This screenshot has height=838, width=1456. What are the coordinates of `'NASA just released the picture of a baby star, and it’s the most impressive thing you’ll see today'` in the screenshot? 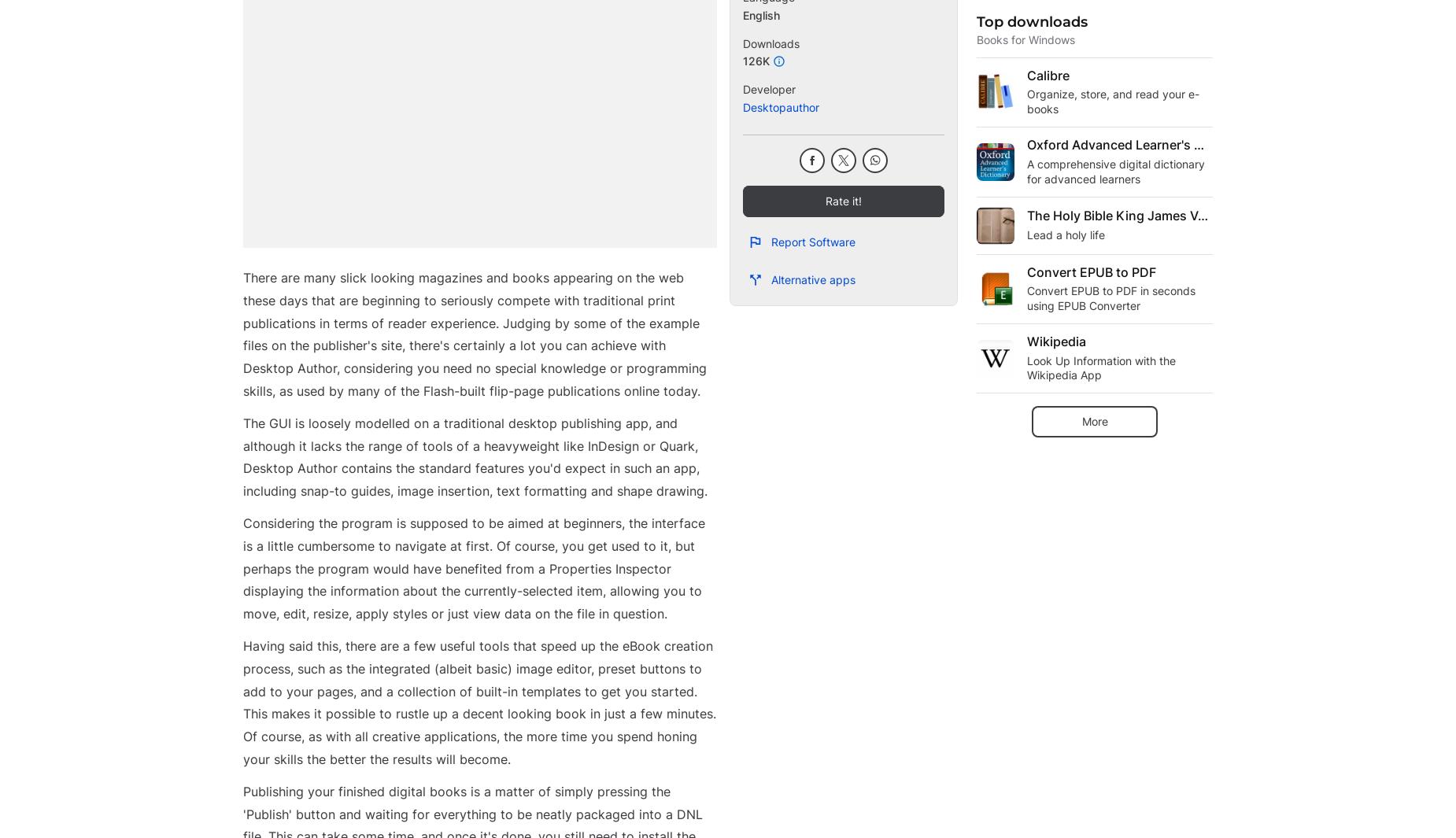 It's located at (718, 57).